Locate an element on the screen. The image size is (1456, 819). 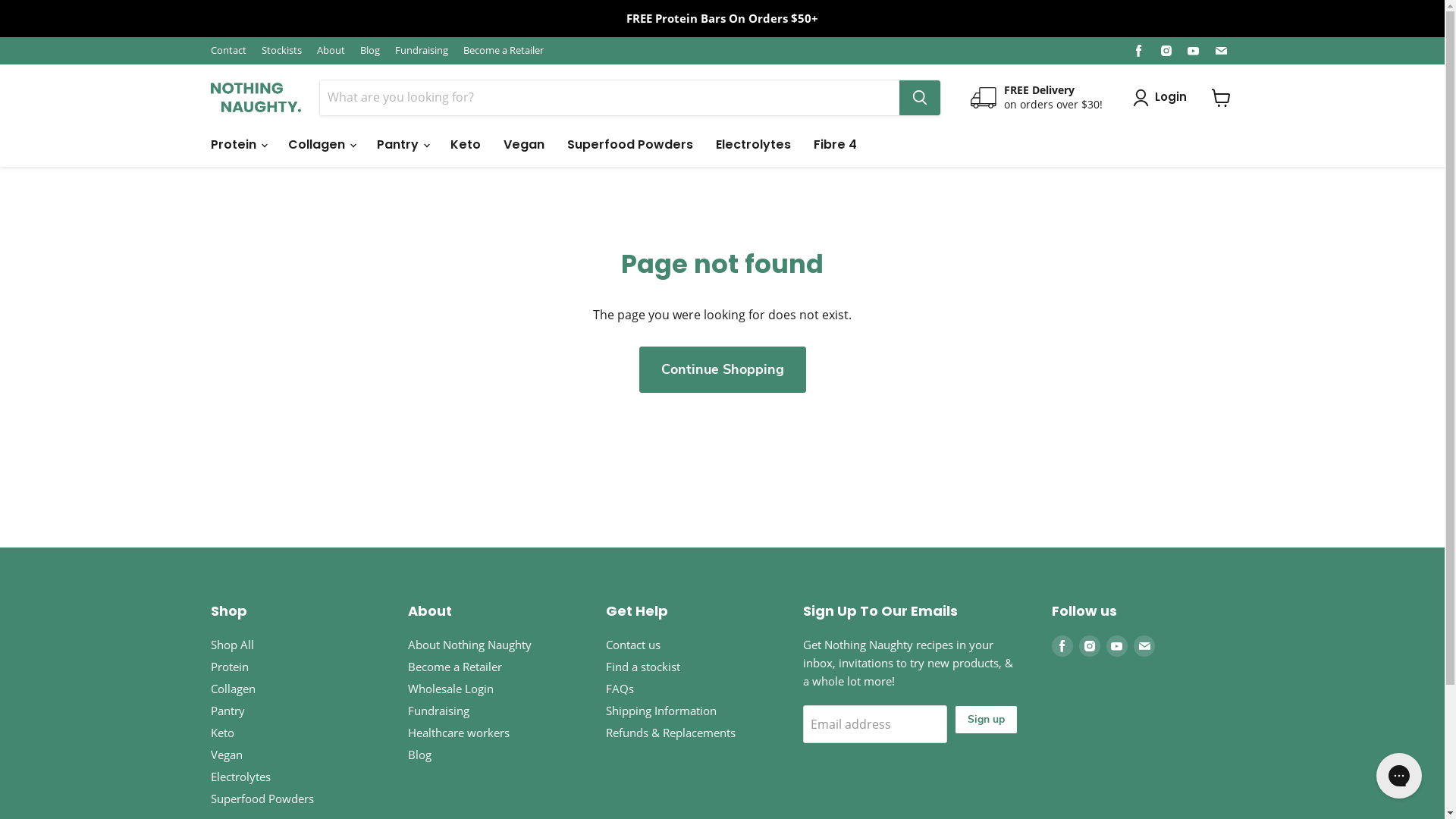
'Gorgias live chat messenger' is located at coordinates (1398, 775).